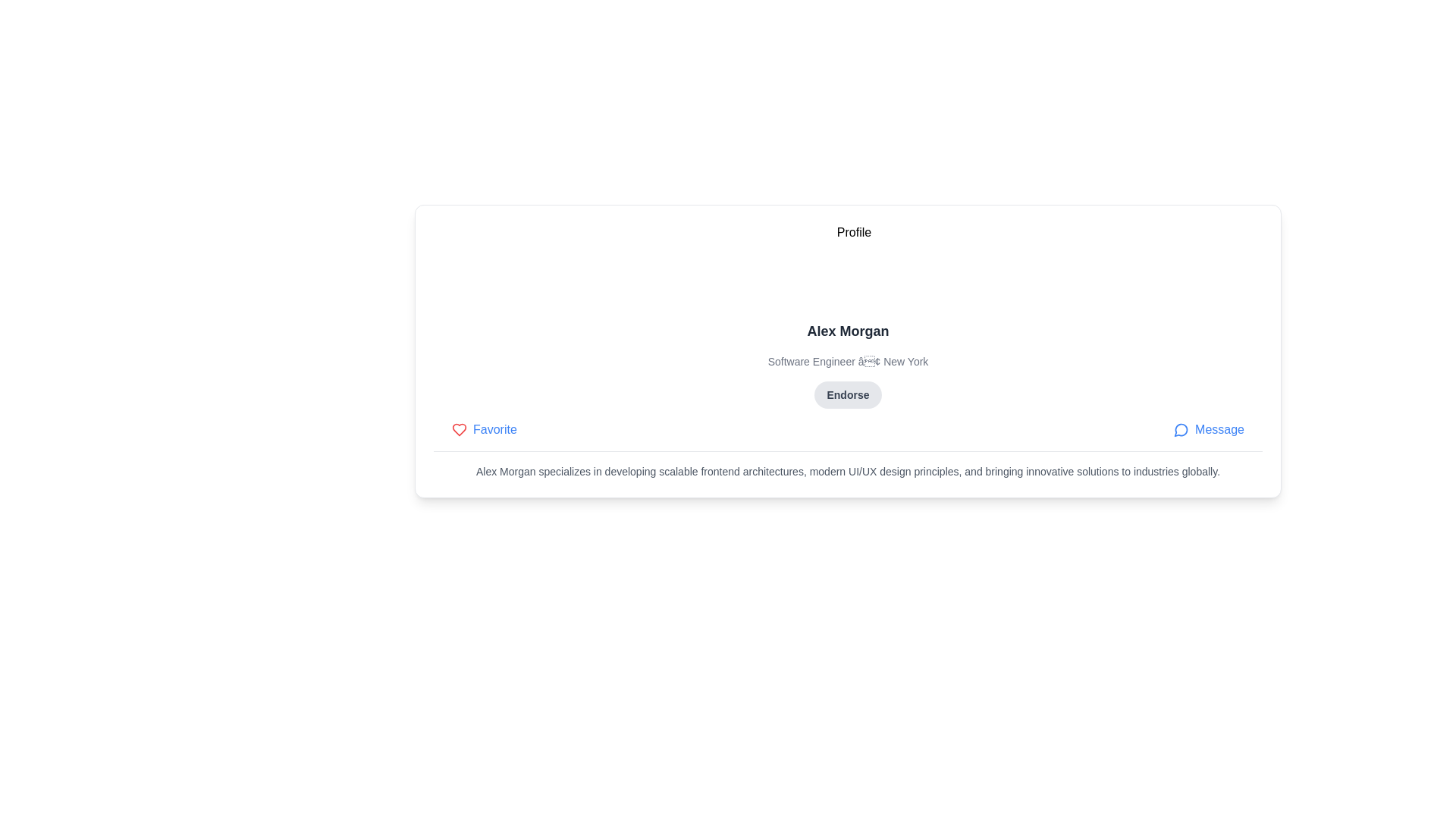 This screenshot has width=1456, height=819. Describe the element at coordinates (847, 330) in the screenshot. I see `the Text Label that identifies the name of the user whose profile is being viewed, located below the user's profile image and above the subtitle 'Software Engineer â€¢ New York.'` at that location.